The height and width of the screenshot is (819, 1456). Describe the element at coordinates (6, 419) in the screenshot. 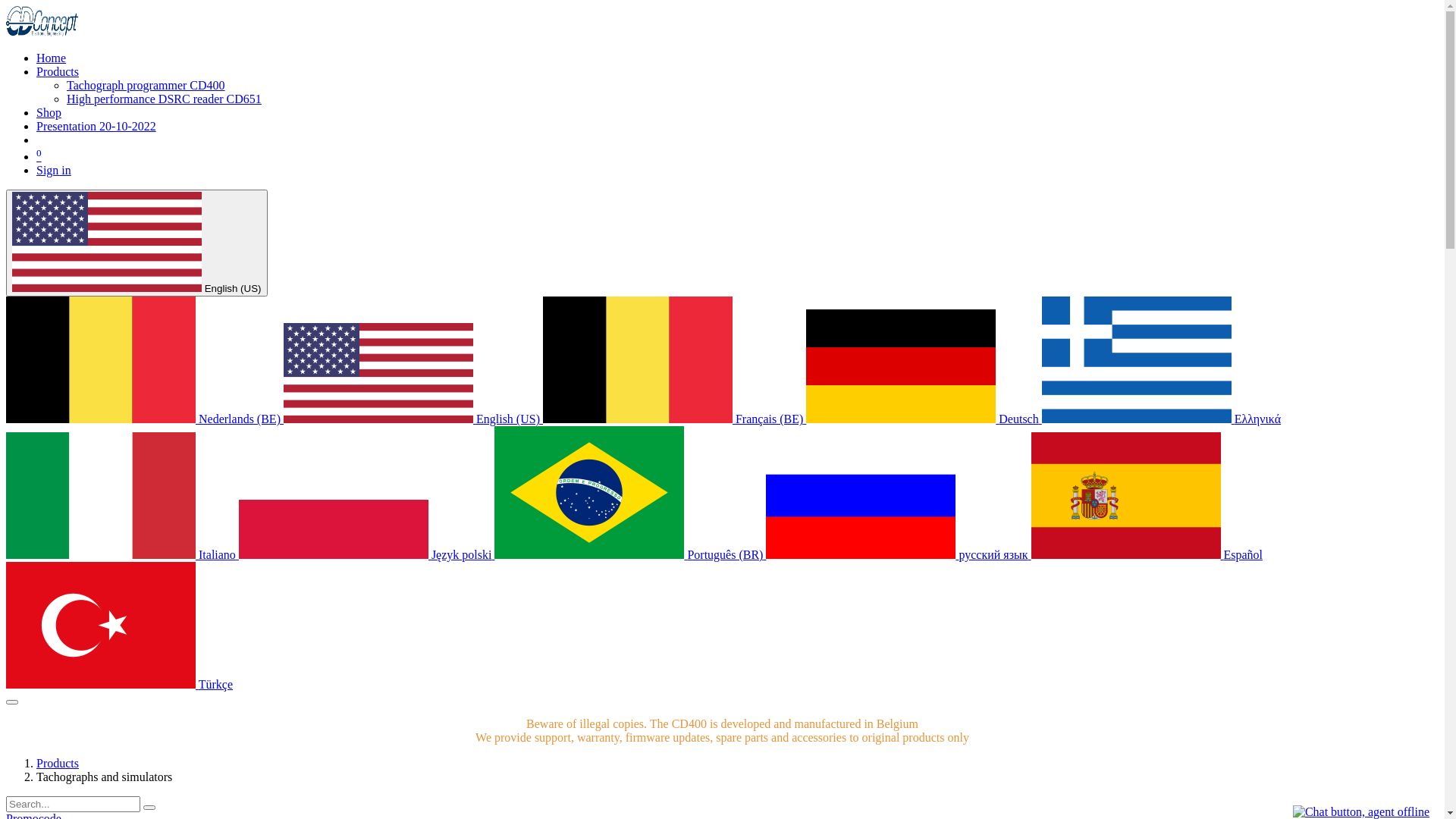

I see `'Nederlands (BE)'` at that location.